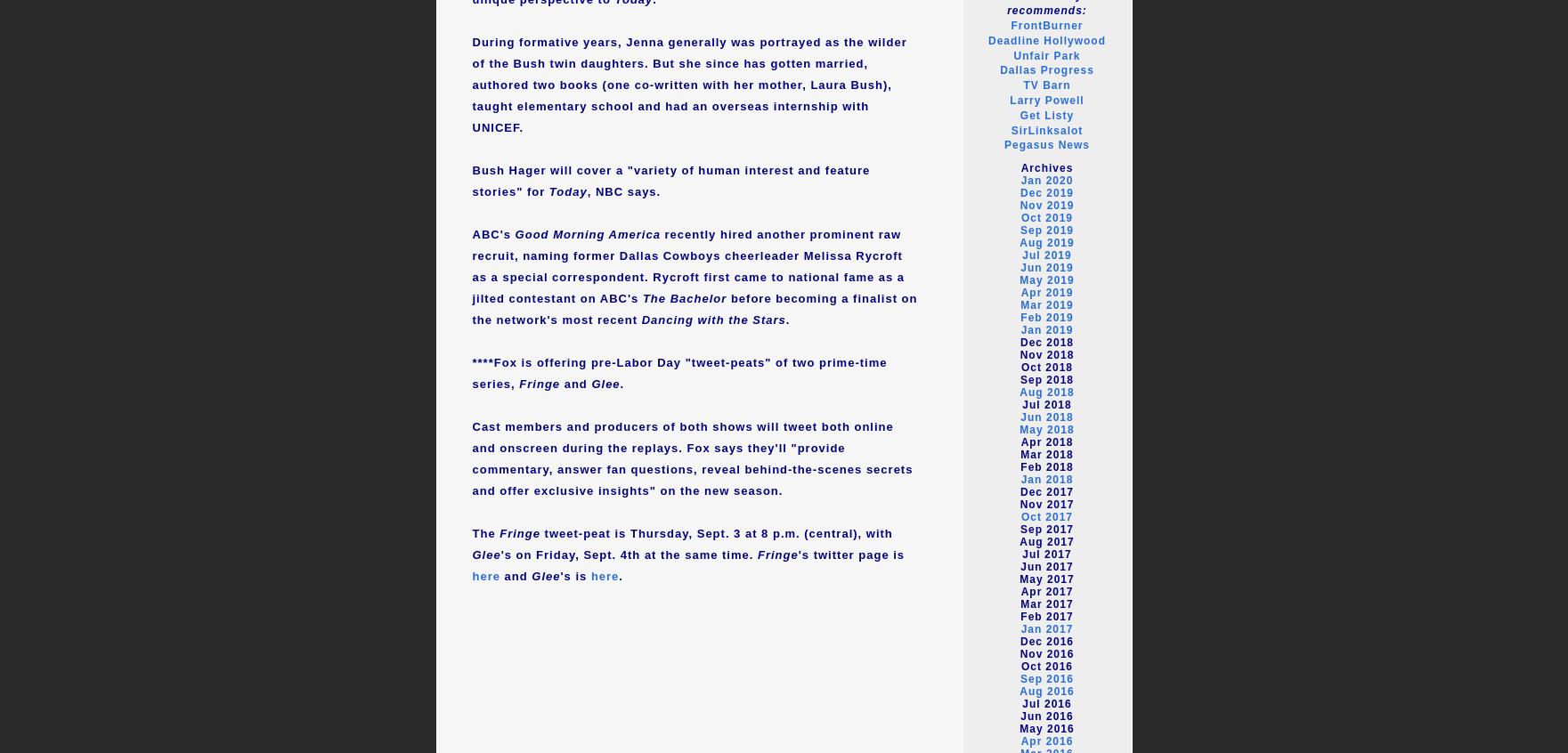  What do you see at coordinates (1046, 628) in the screenshot?
I see `'Jan 2017'` at bounding box center [1046, 628].